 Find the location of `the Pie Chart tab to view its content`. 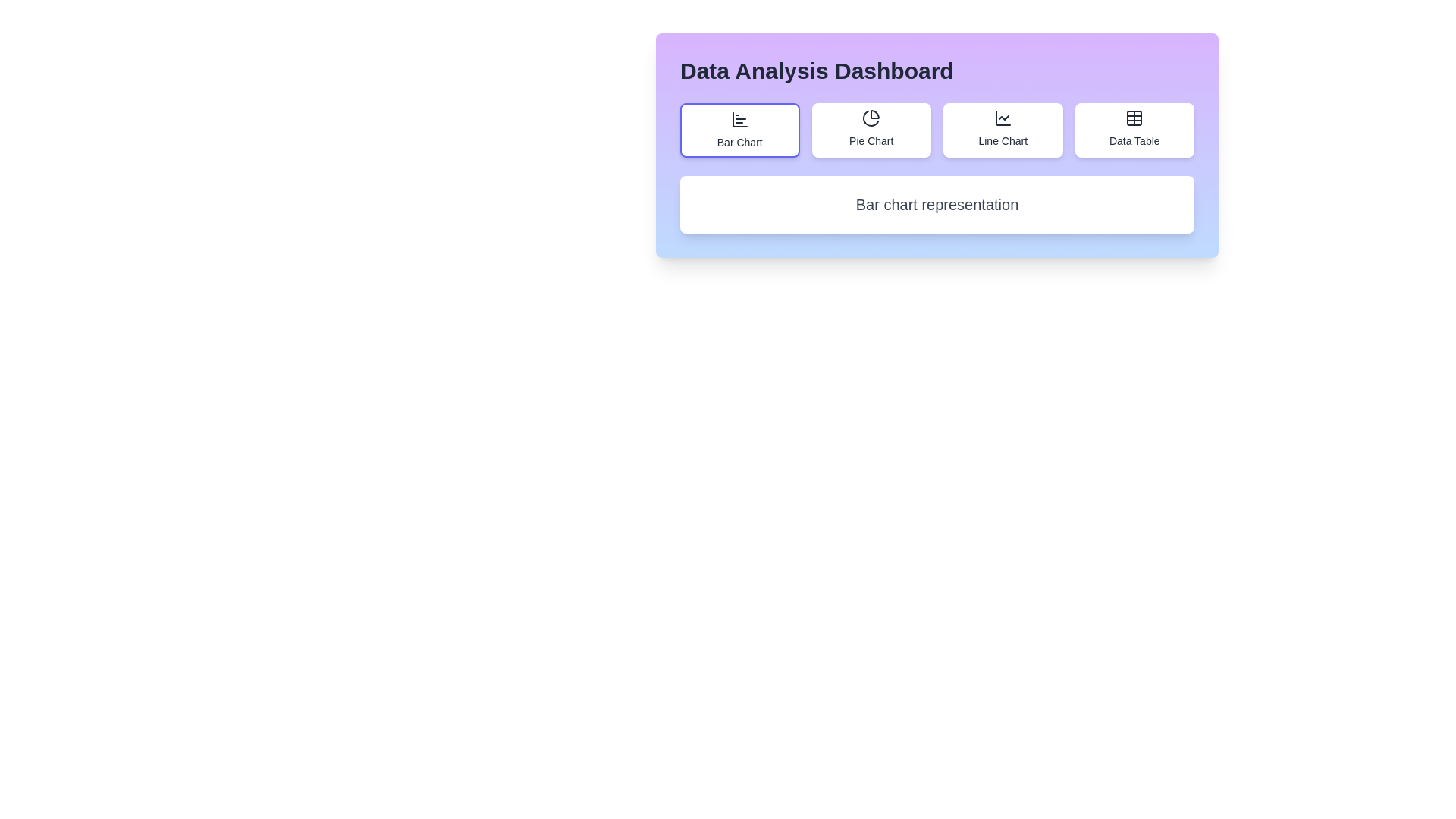

the Pie Chart tab to view its content is located at coordinates (871, 130).